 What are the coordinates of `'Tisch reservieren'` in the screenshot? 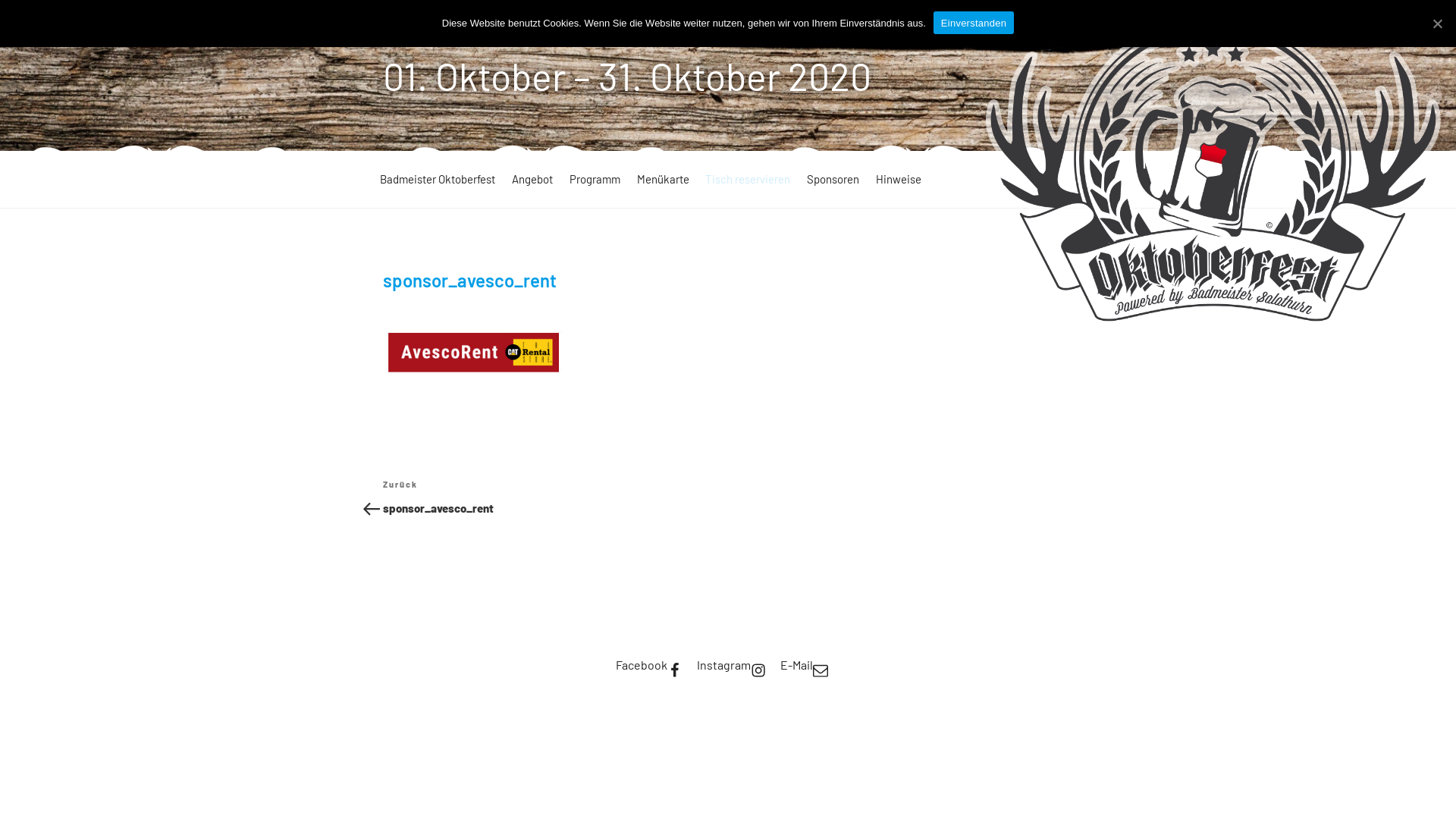 It's located at (695, 178).